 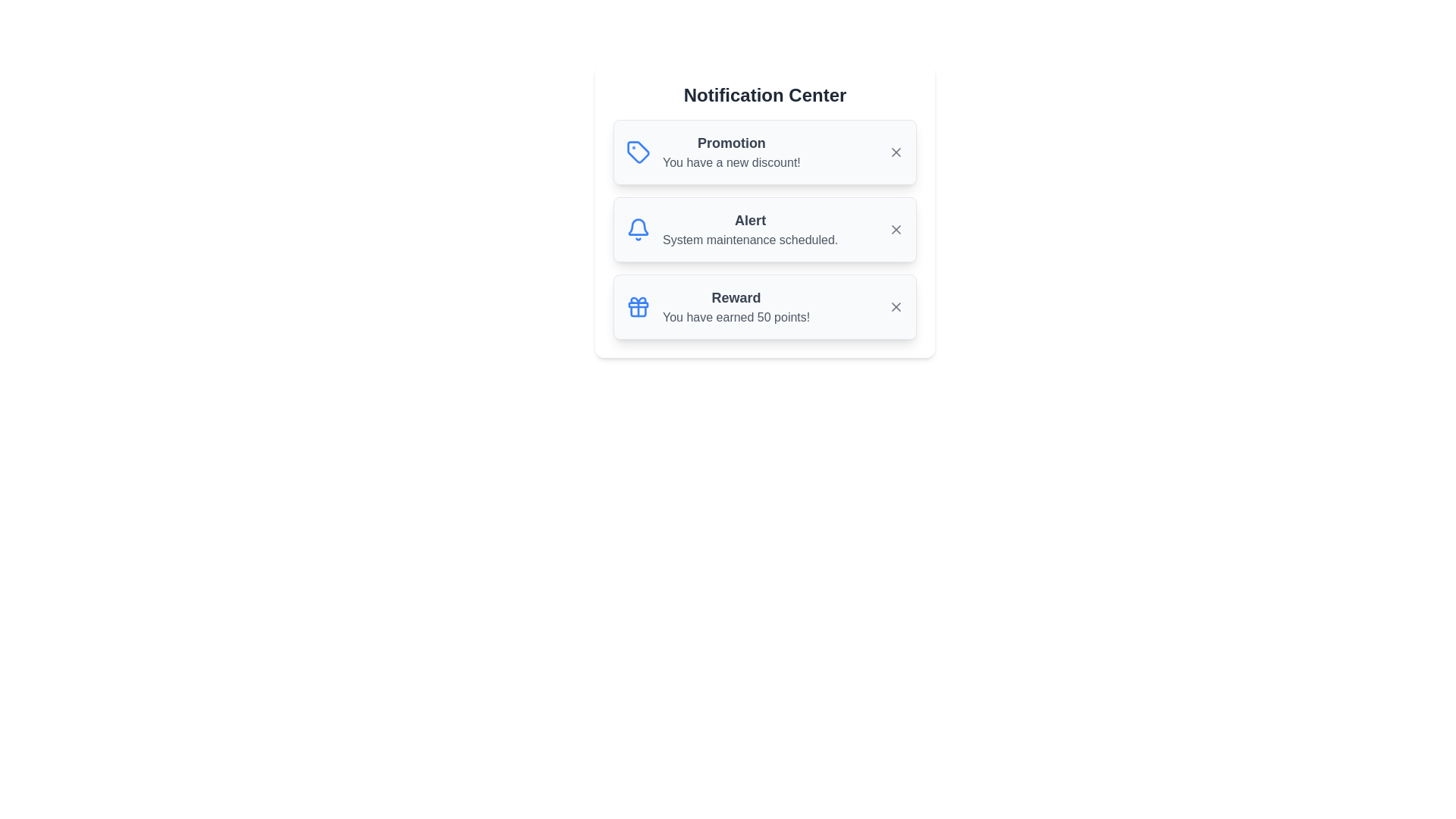 What do you see at coordinates (638, 307) in the screenshot?
I see `the meaning of the blue gift icon located` at bounding box center [638, 307].